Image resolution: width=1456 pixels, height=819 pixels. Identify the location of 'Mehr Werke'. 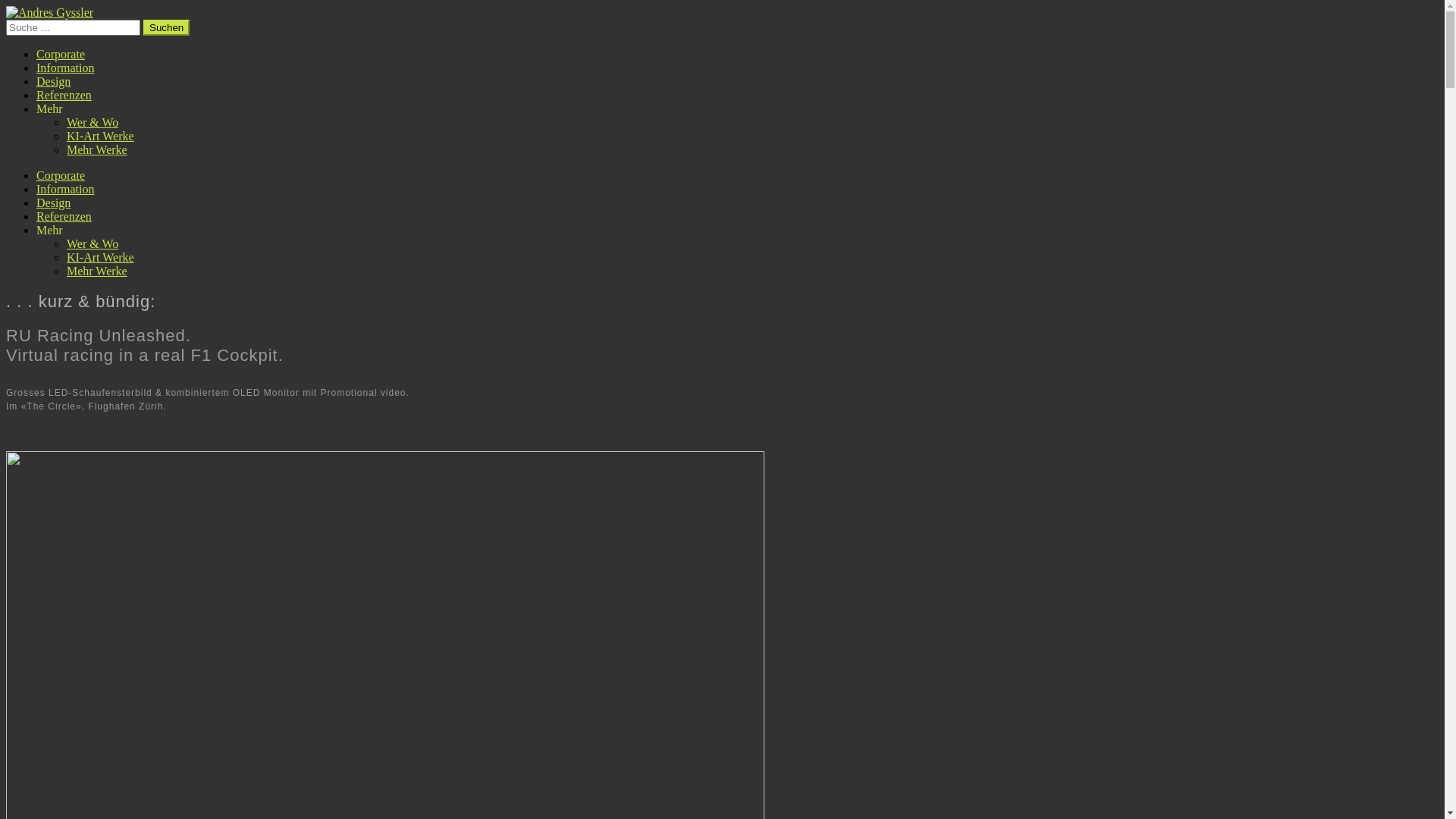
(96, 149).